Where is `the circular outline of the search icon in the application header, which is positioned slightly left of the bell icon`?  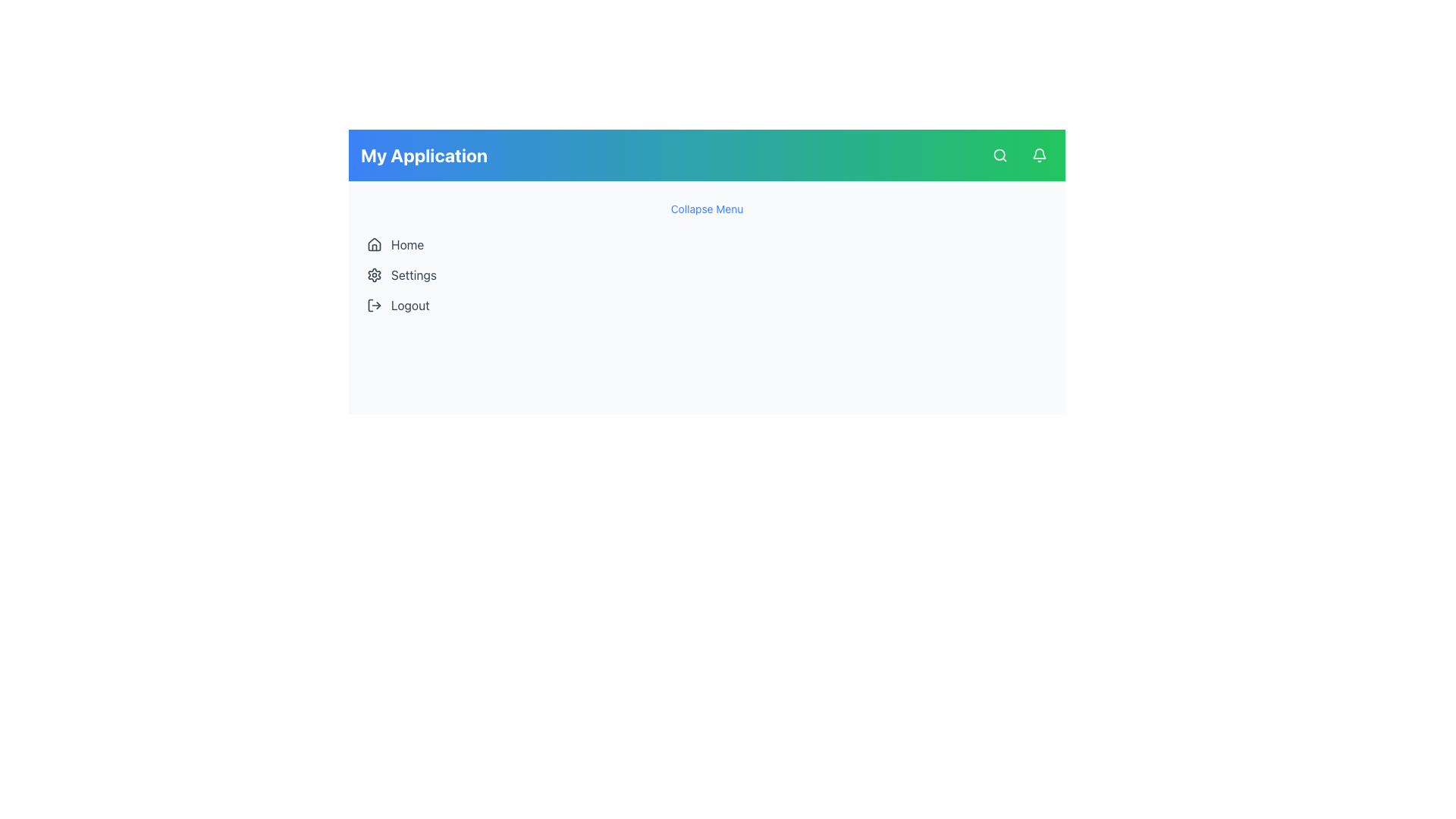
the circular outline of the search icon in the application header, which is positioned slightly left of the bell icon is located at coordinates (999, 155).